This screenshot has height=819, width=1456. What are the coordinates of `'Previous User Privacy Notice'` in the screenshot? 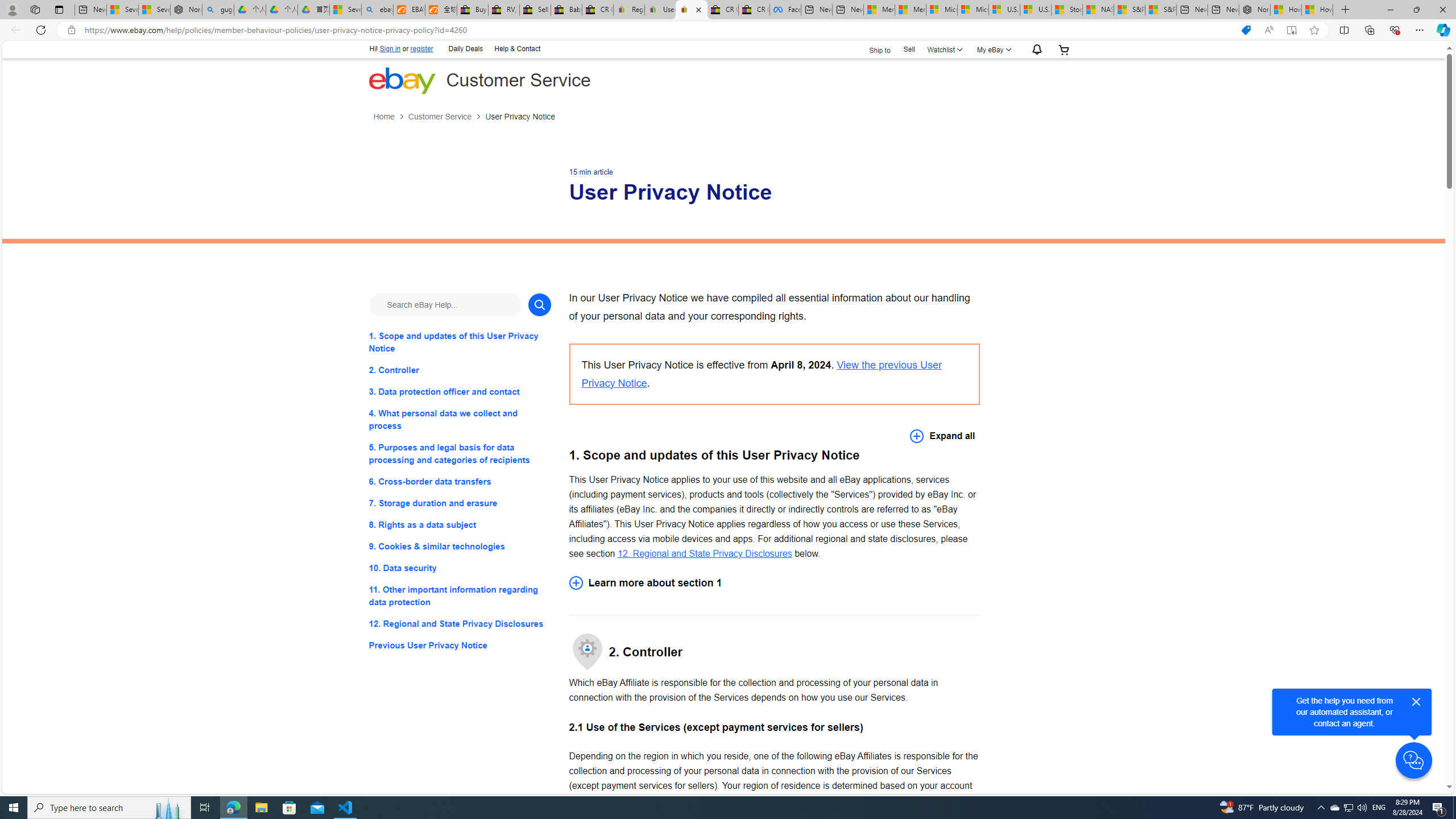 It's located at (459, 646).